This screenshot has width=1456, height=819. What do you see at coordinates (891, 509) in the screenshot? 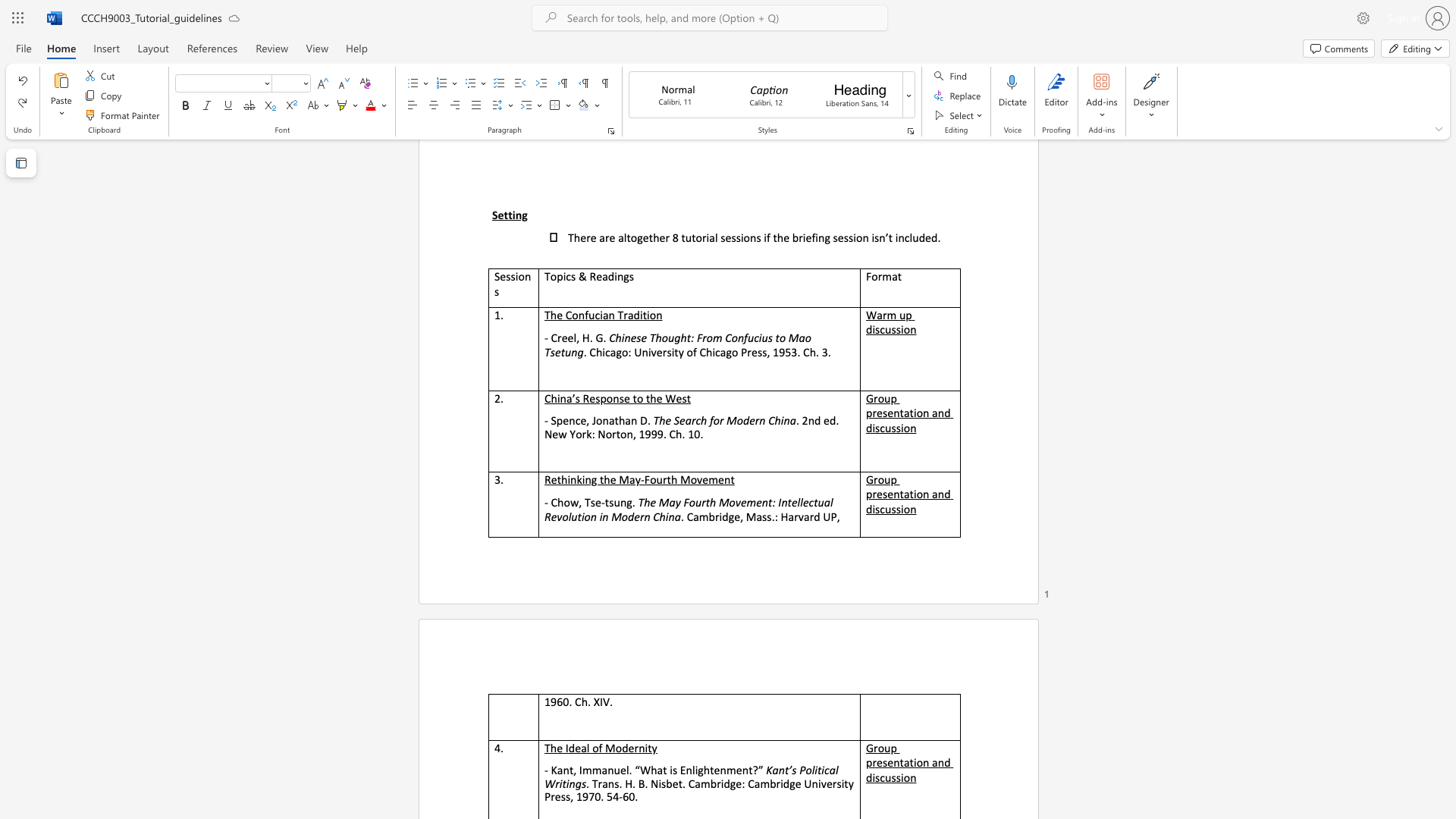
I see `the subset text "ss" within the text "presentation and discussion"` at bounding box center [891, 509].